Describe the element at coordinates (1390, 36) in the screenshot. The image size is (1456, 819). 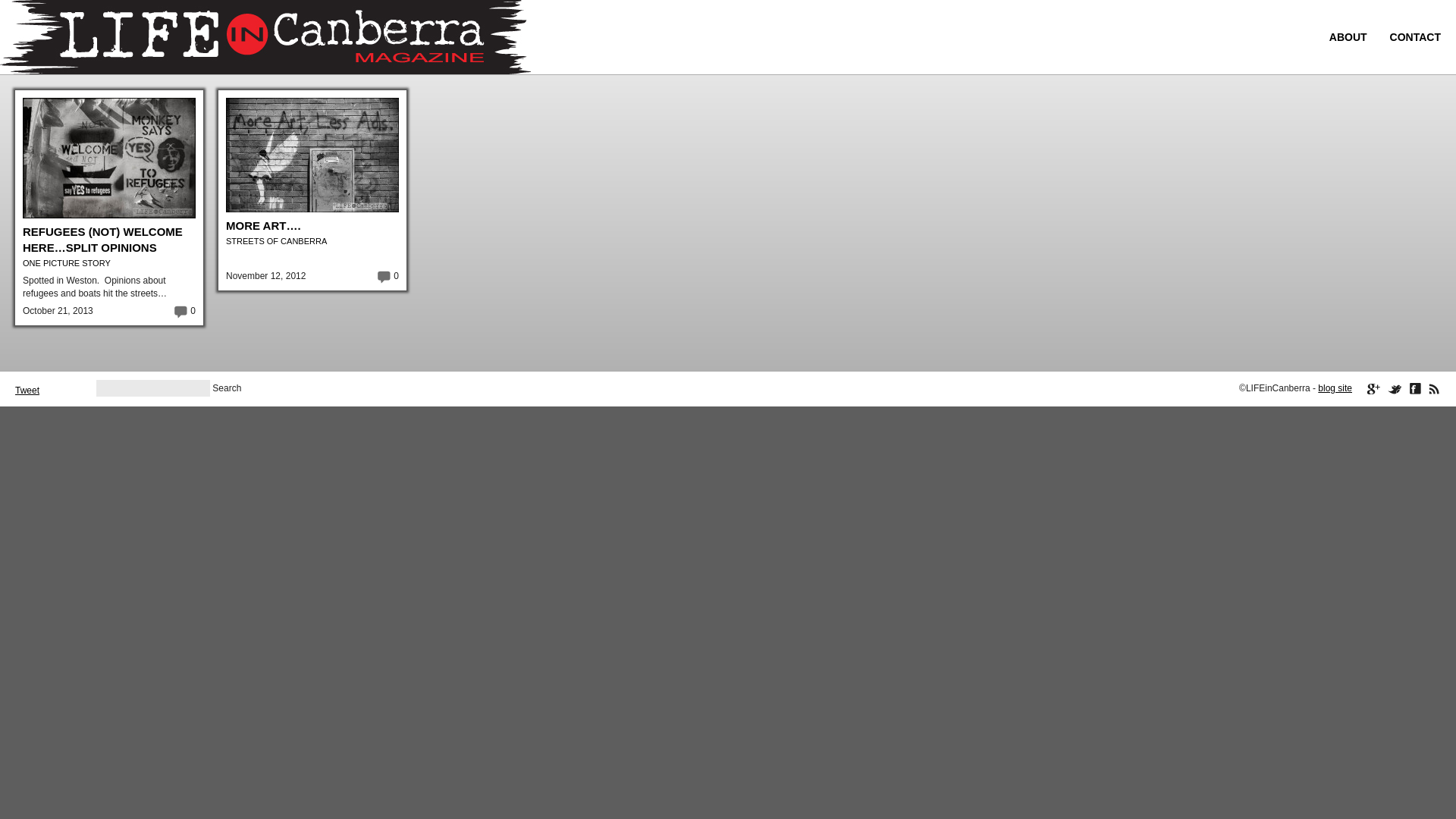
I see `'CONTACT'` at that location.